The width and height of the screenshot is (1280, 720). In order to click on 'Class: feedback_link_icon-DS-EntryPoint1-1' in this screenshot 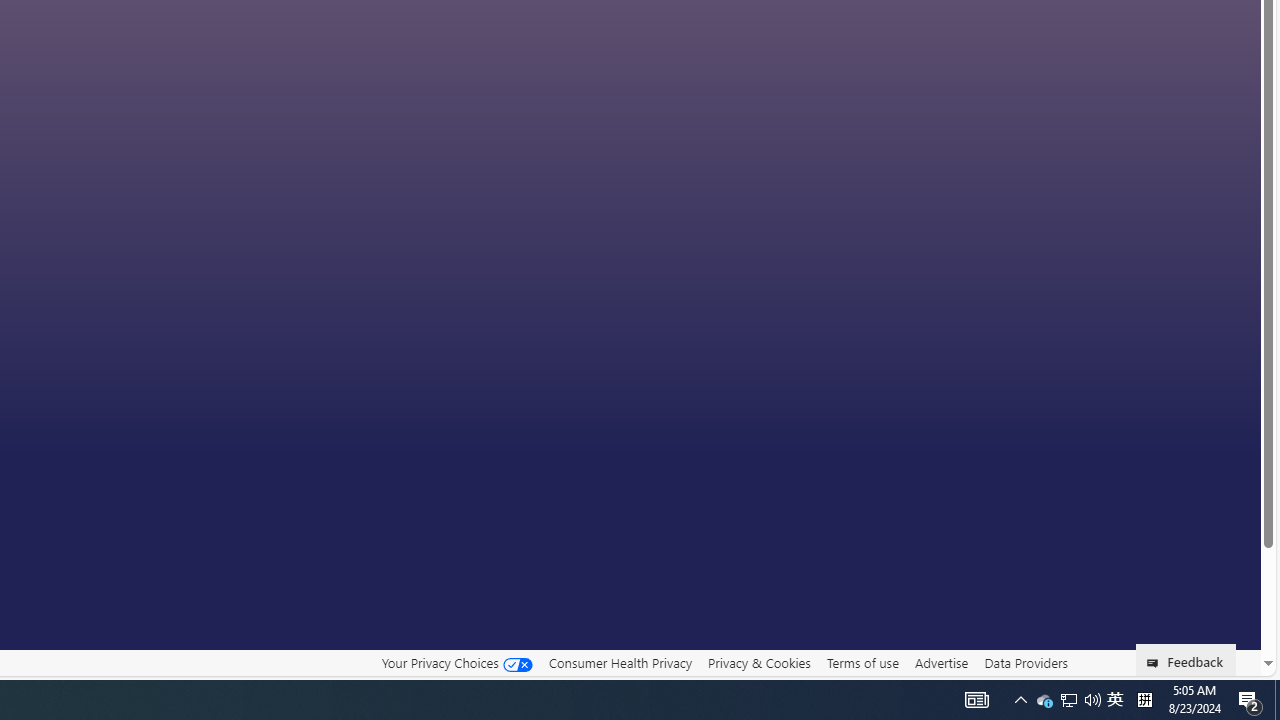, I will do `click(1156, 663)`.